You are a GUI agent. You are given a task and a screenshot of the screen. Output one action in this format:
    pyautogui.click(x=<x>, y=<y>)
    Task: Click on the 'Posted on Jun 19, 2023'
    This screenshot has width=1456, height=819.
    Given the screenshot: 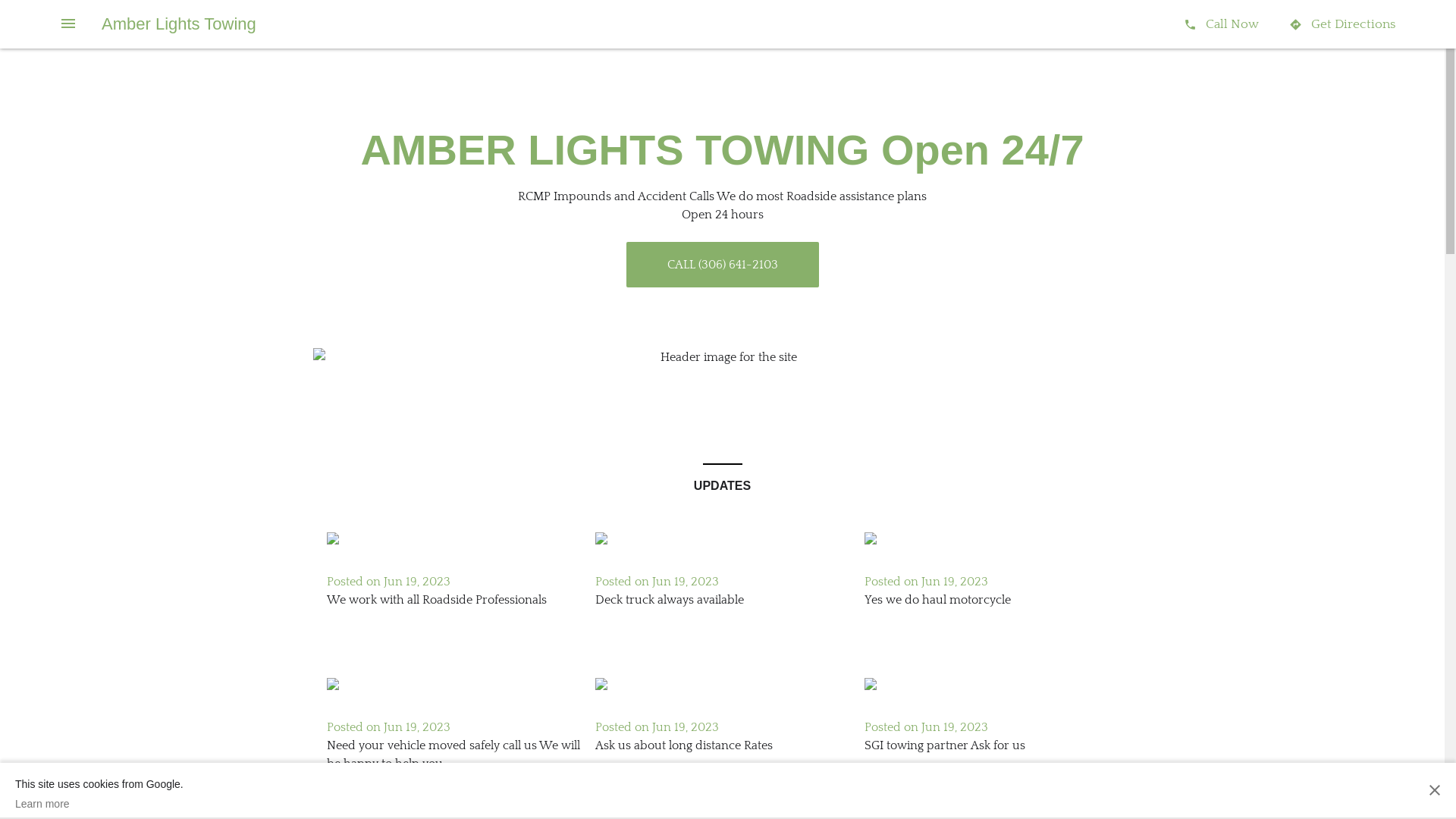 What is the action you would take?
    pyautogui.click(x=388, y=726)
    